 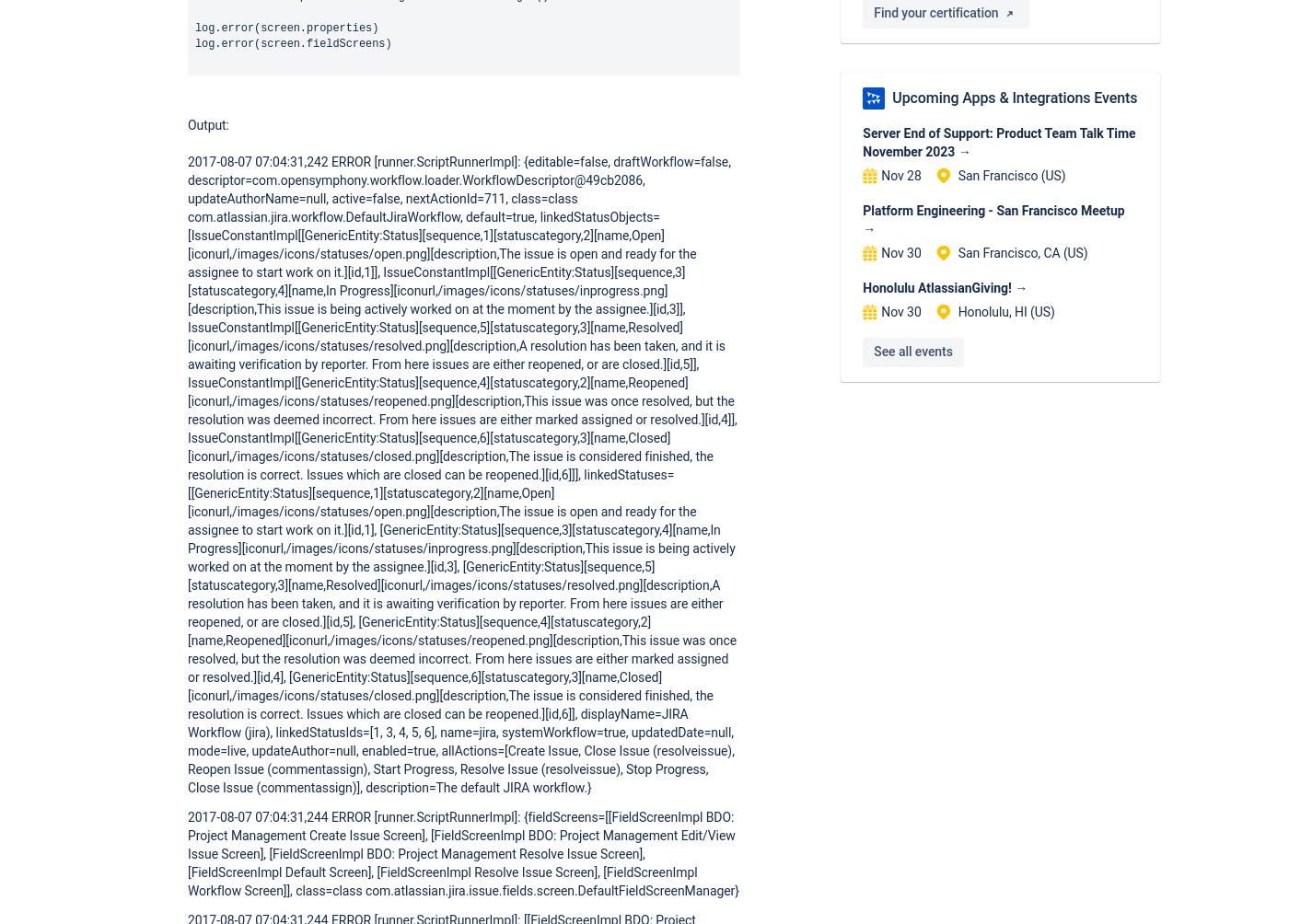 I want to click on 'Find your certification', so click(x=874, y=12).